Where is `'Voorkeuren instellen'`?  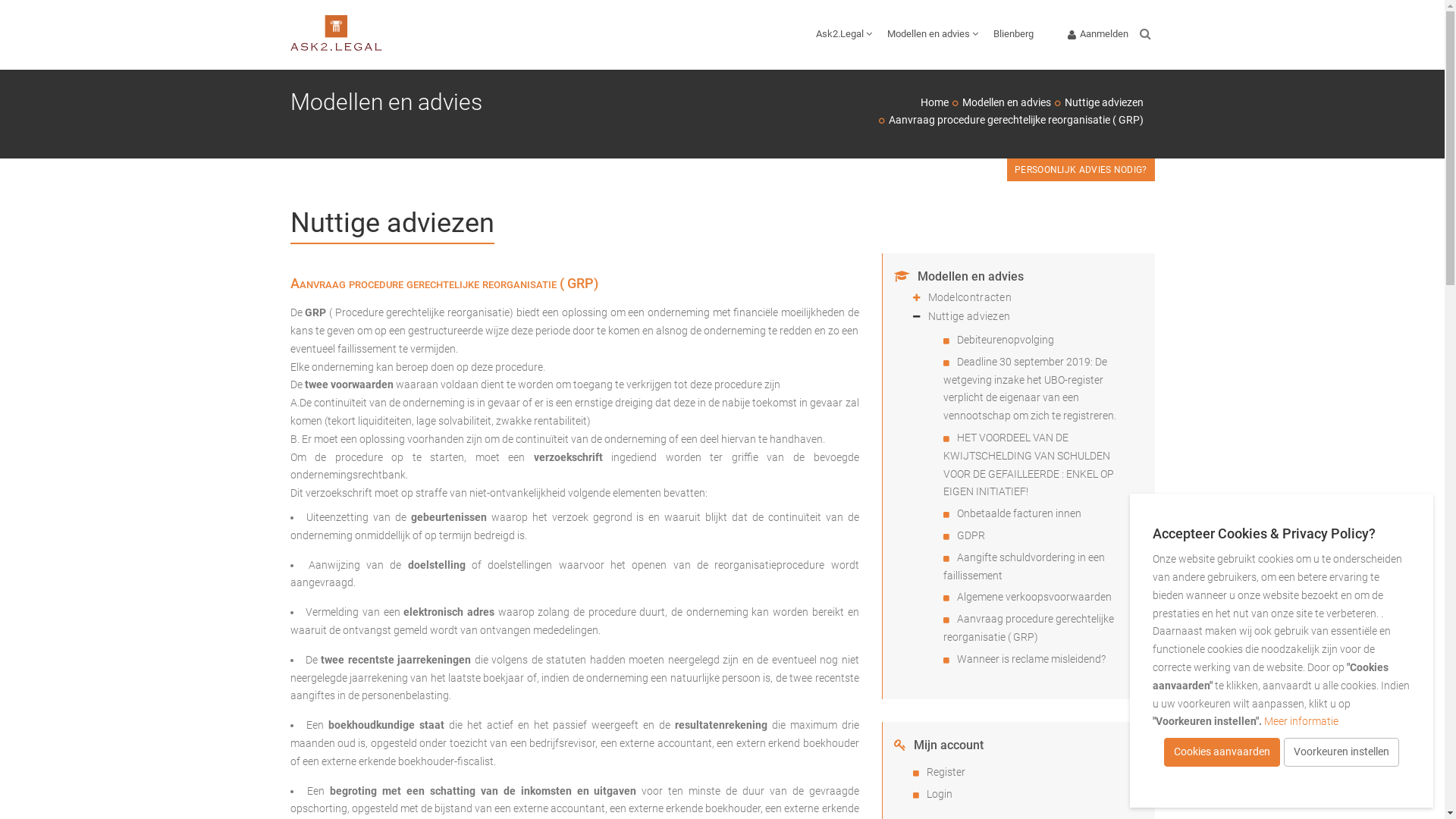
'Voorkeuren instellen' is located at coordinates (1341, 752).